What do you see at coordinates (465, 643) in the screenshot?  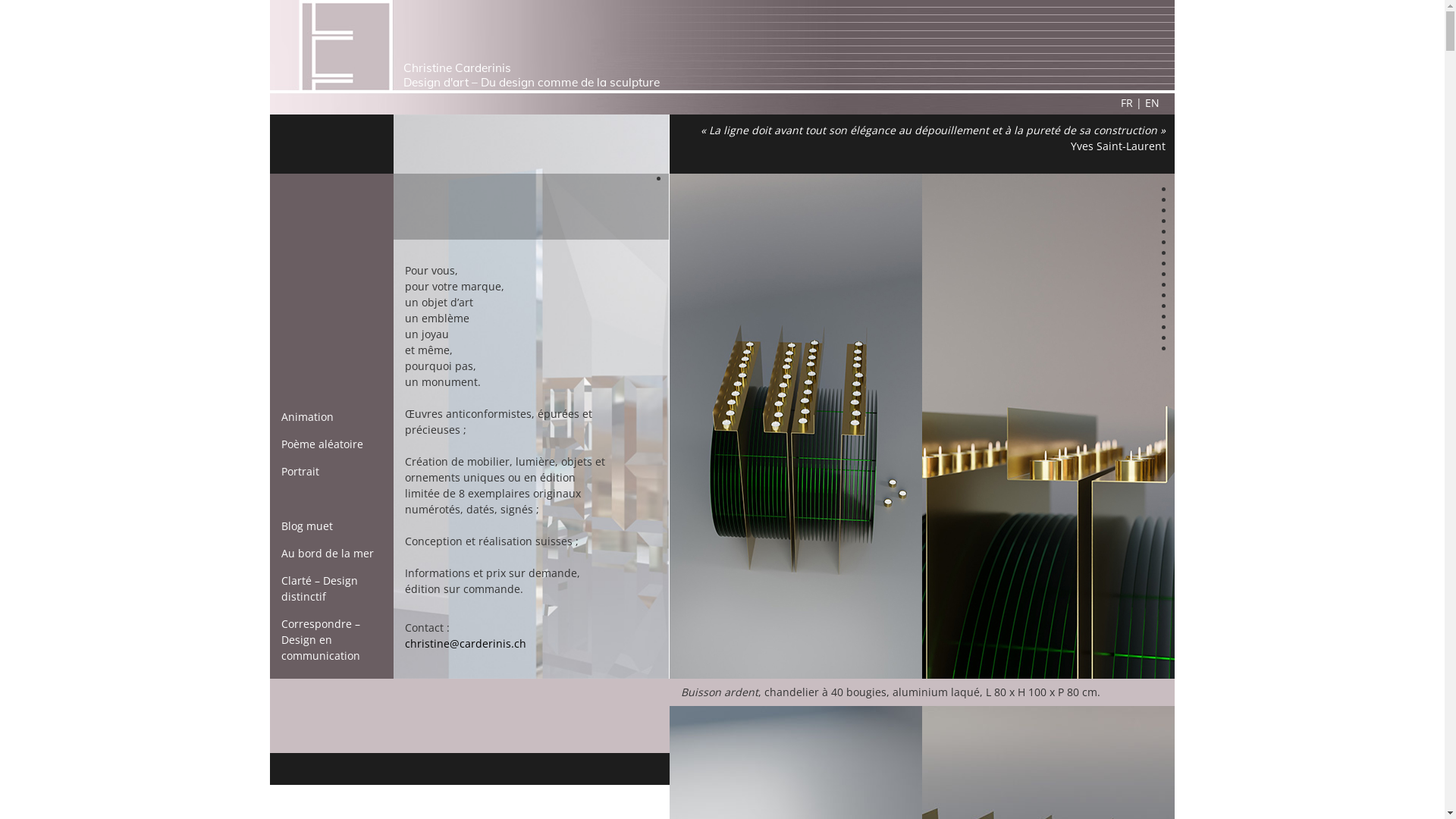 I see `'christine@carderinis.ch'` at bounding box center [465, 643].